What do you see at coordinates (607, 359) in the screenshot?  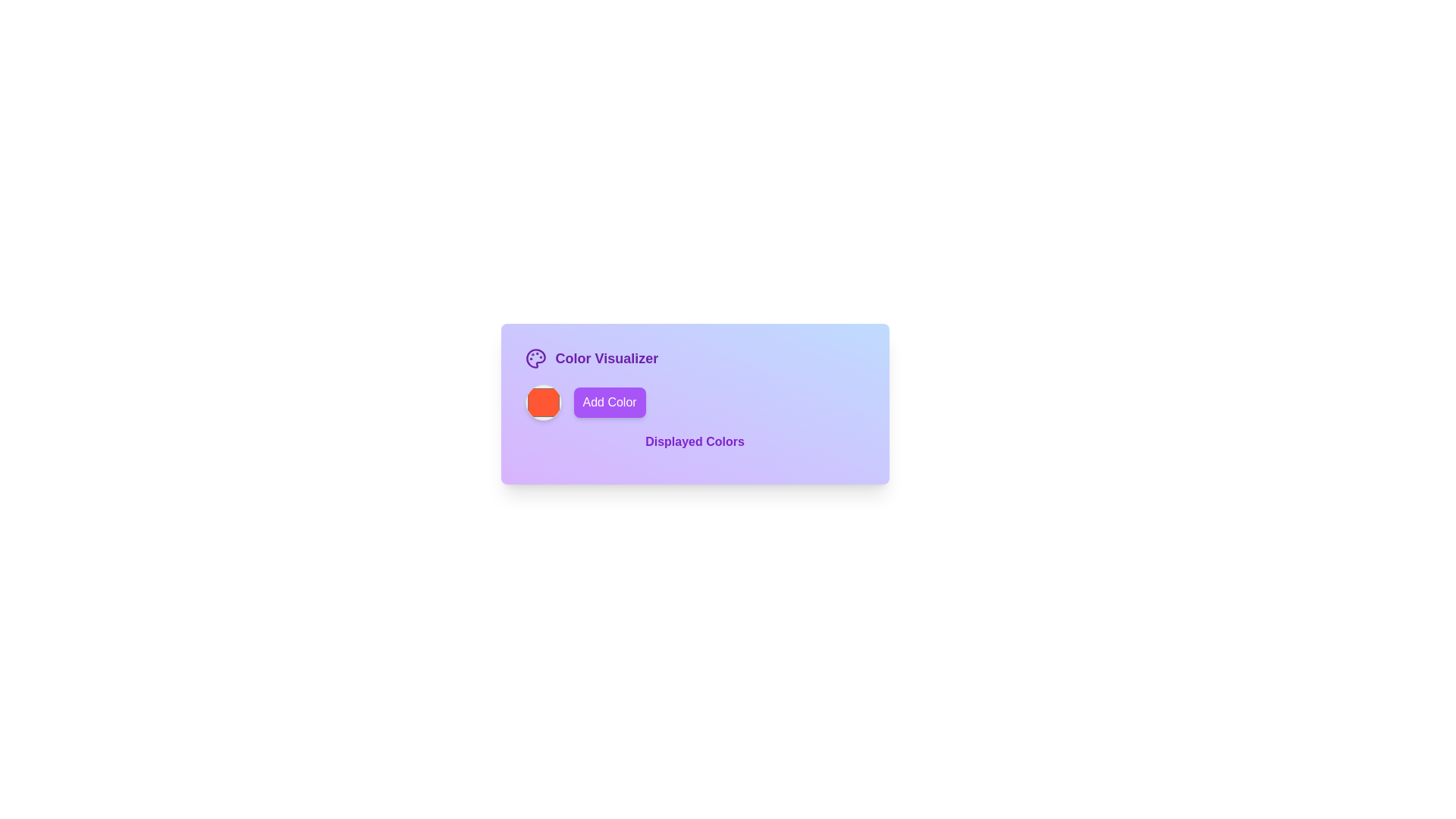 I see `the text label or header that provides a title or description for the content section for copying` at bounding box center [607, 359].